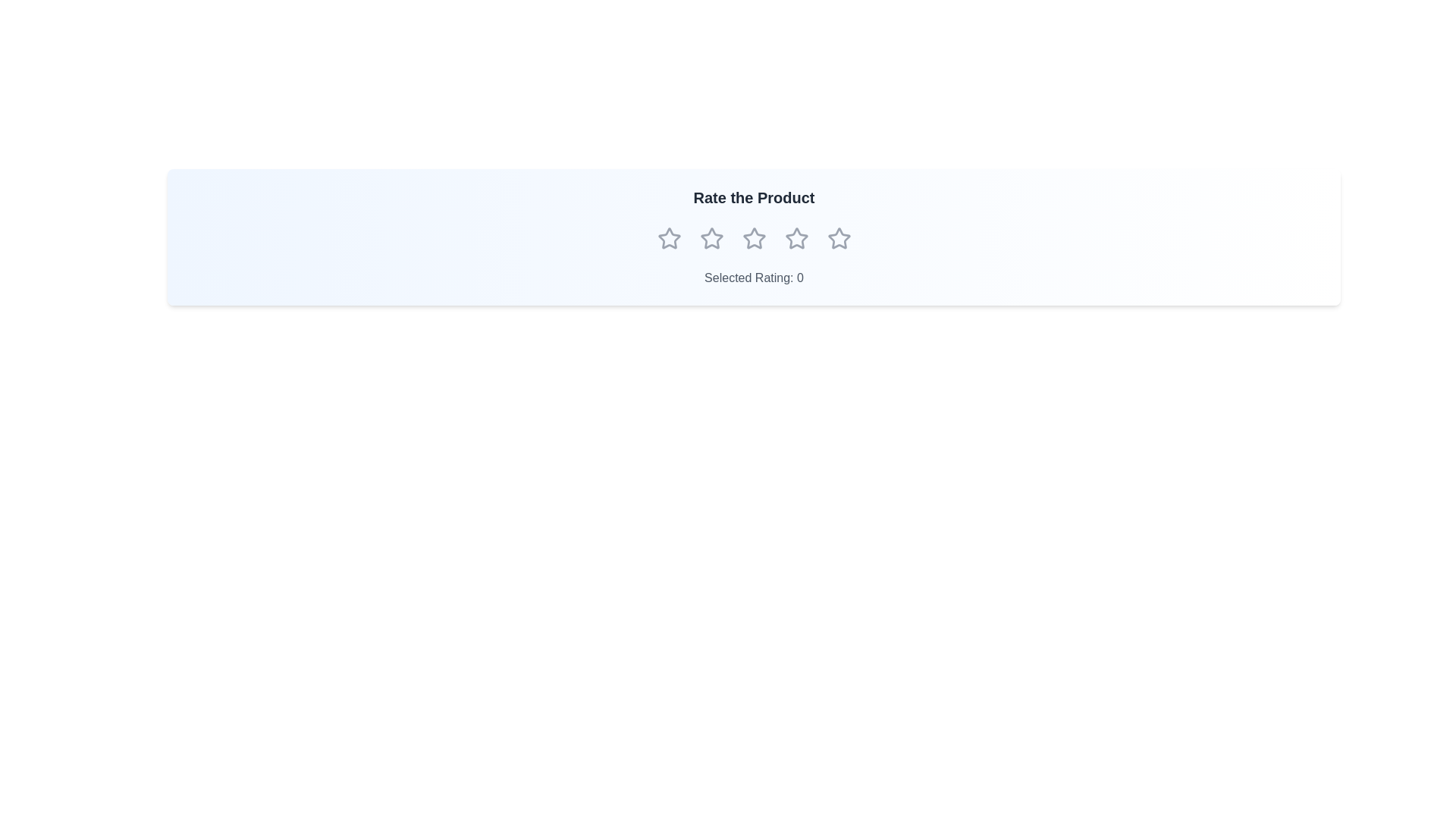 The image size is (1456, 819). I want to click on the outlined star icon in the fifth position from the left to assign a 5-star rating, so click(838, 239).